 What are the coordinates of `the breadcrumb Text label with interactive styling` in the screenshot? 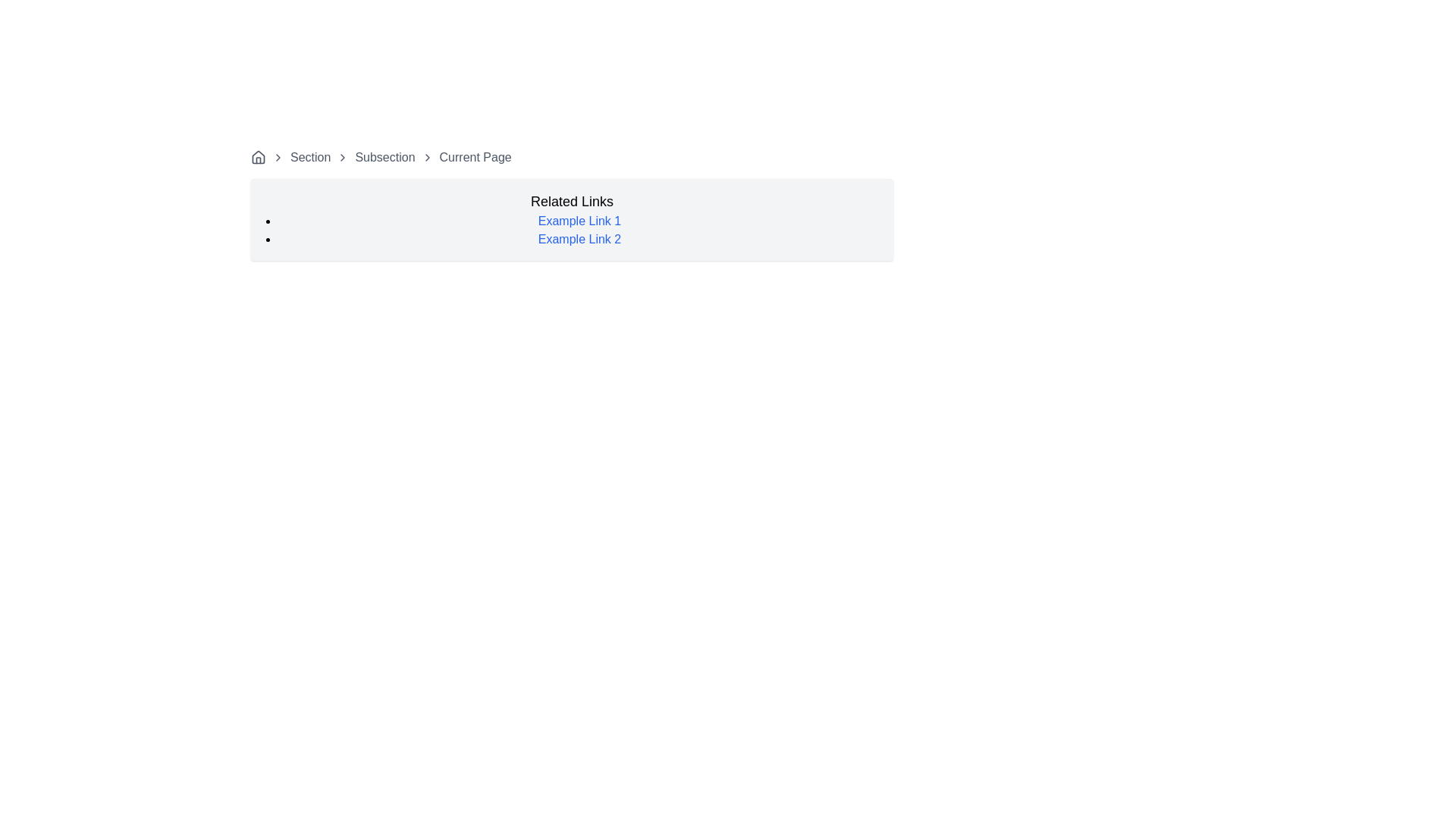 It's located at (309, 158).